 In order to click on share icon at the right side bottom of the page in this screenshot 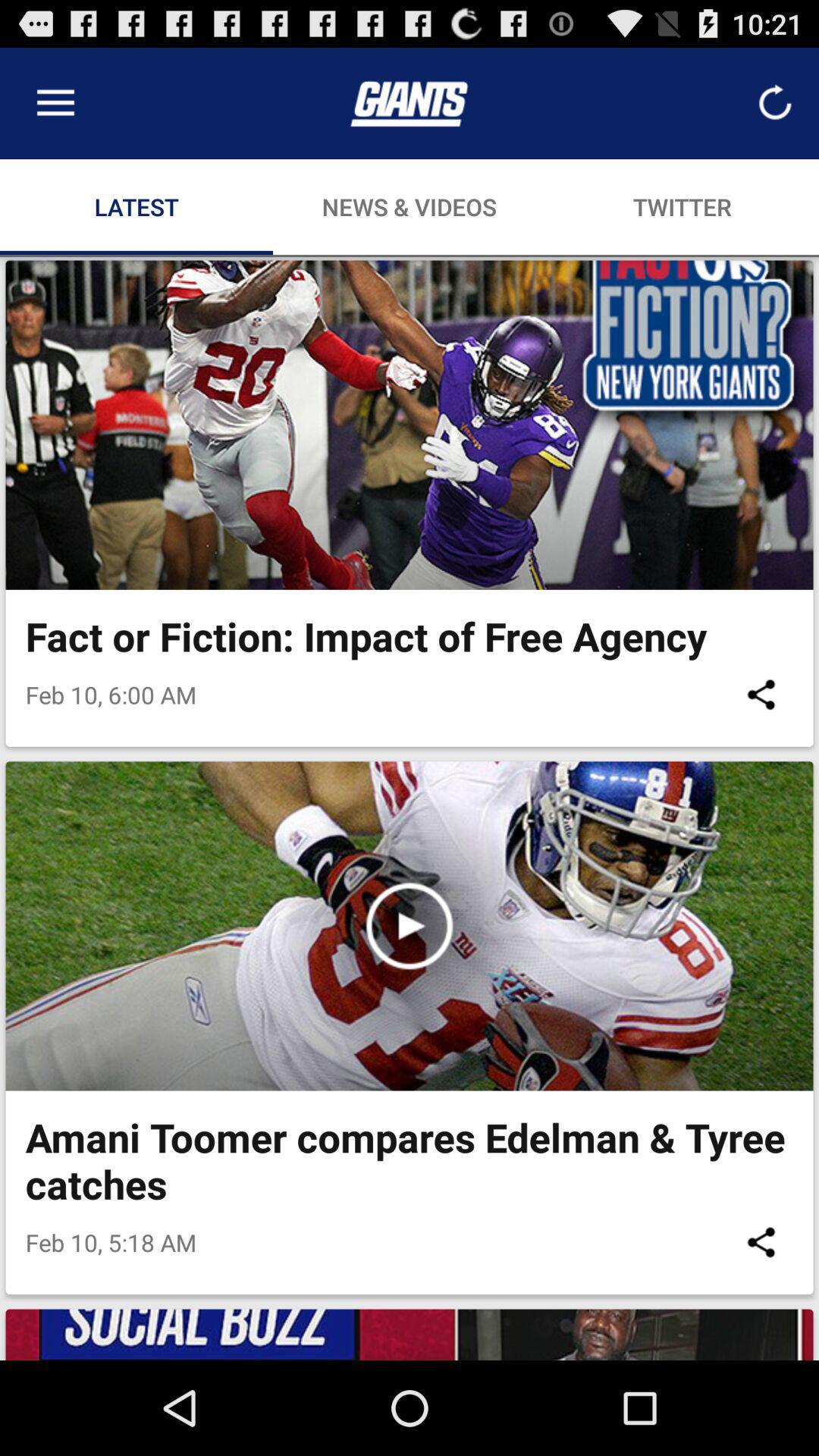, I will do `click(761, 1242)`.